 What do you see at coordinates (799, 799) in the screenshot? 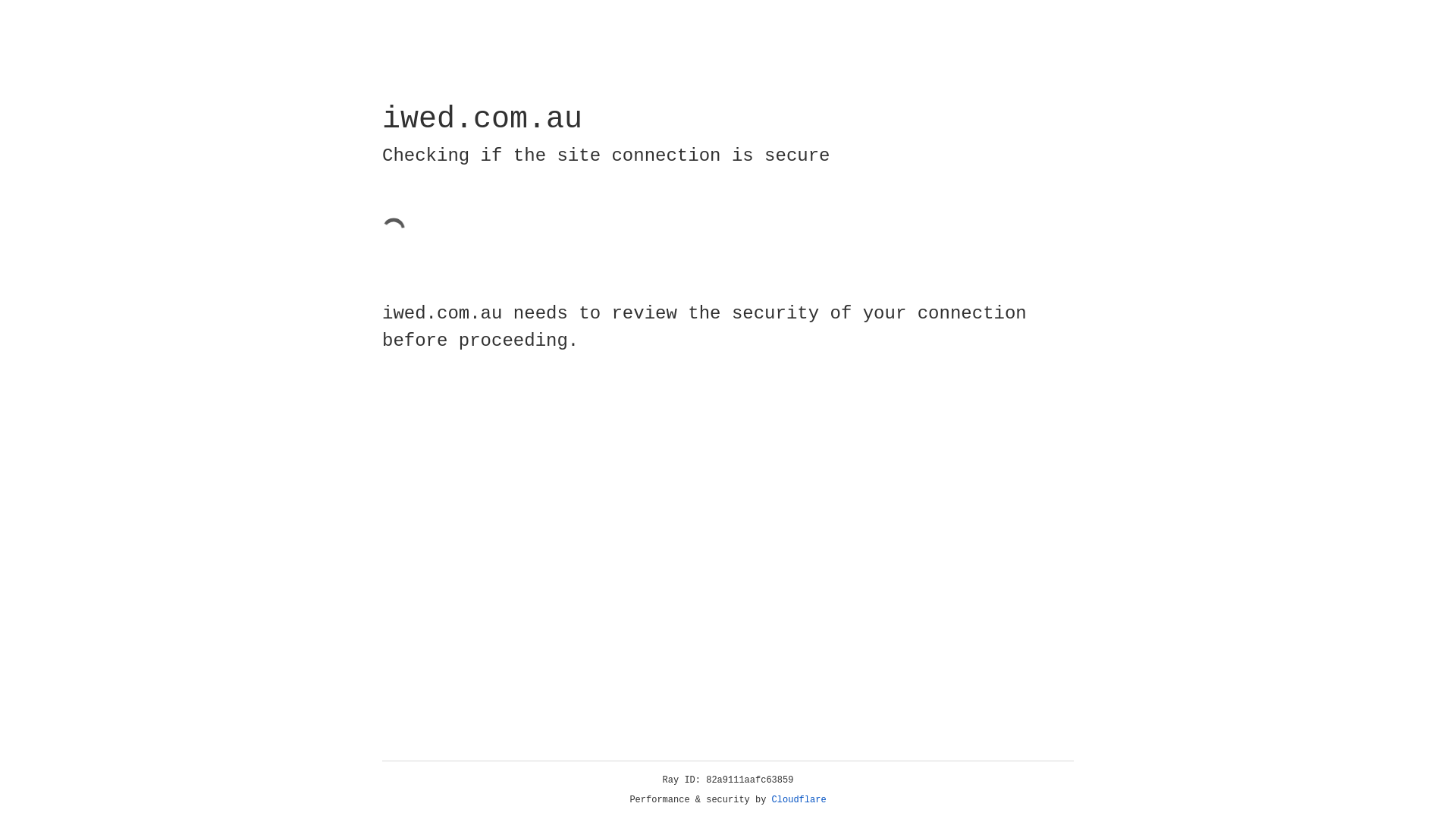
I see `'Cloudflare'` at bounding box center [799, 799].